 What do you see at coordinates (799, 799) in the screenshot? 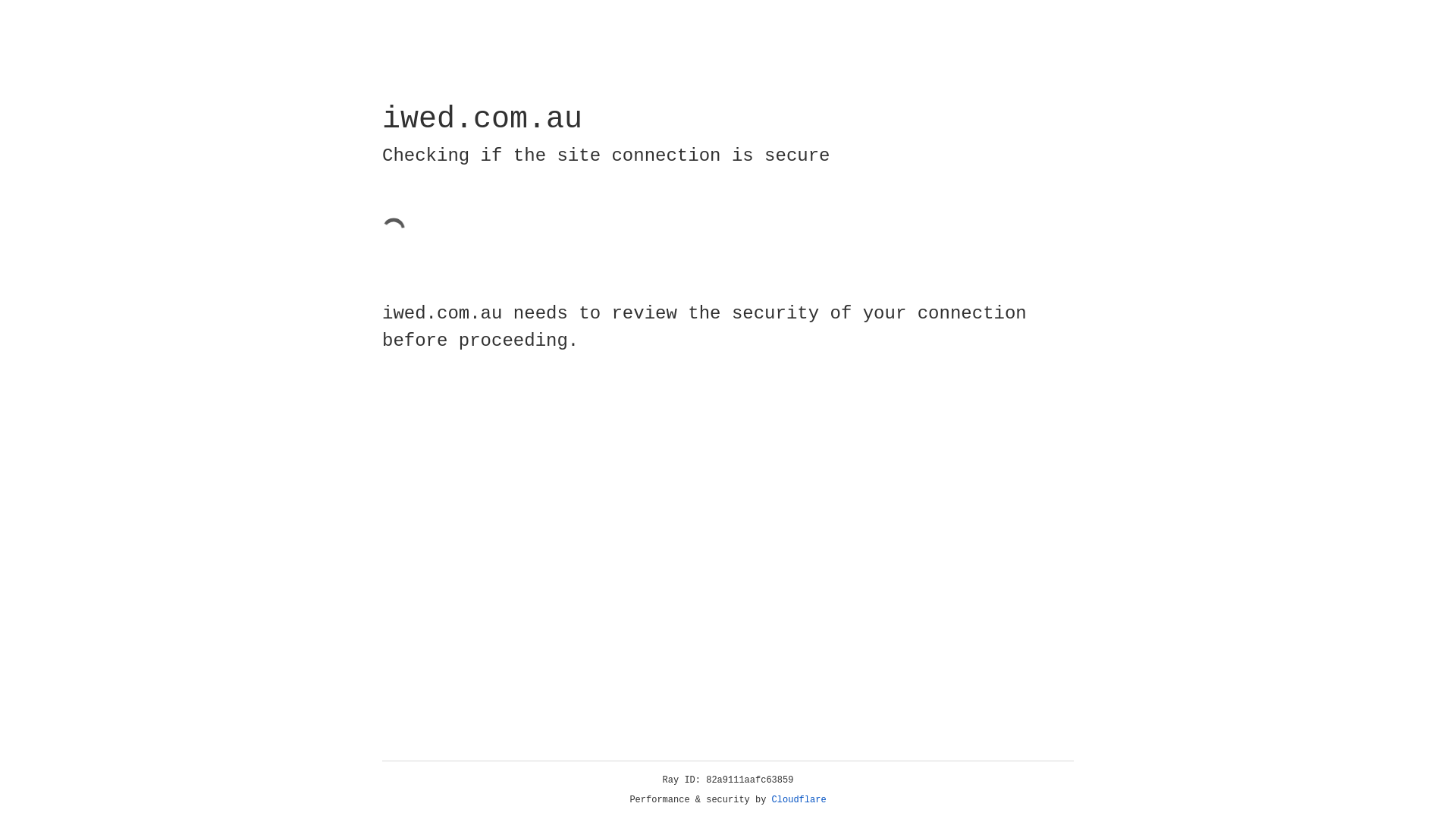
I see `'Cloudflare'` at bounding box center [799, 799].